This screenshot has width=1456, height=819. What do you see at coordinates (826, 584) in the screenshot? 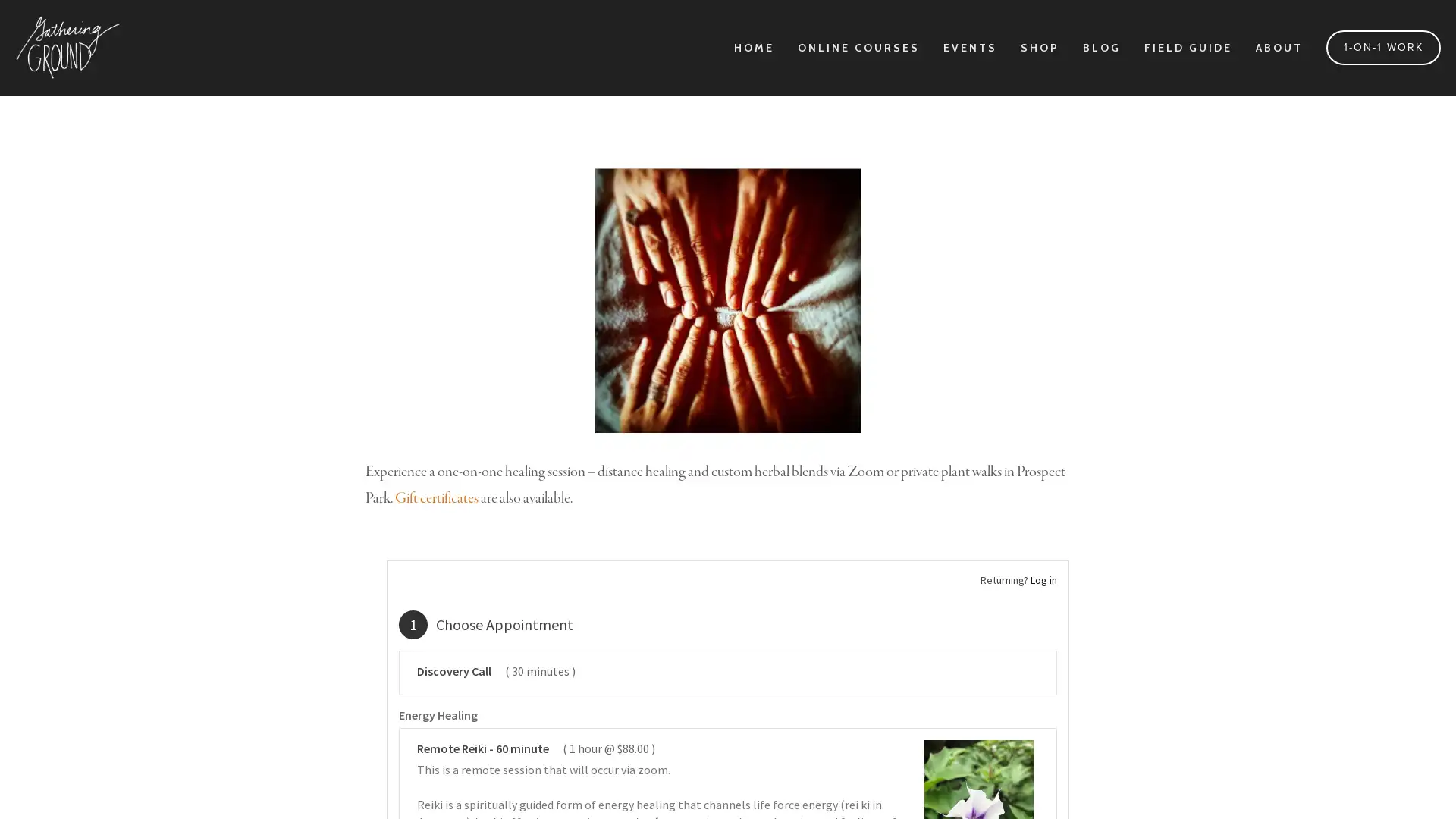
I see `Sign Up` at bounding box center [826, 584].